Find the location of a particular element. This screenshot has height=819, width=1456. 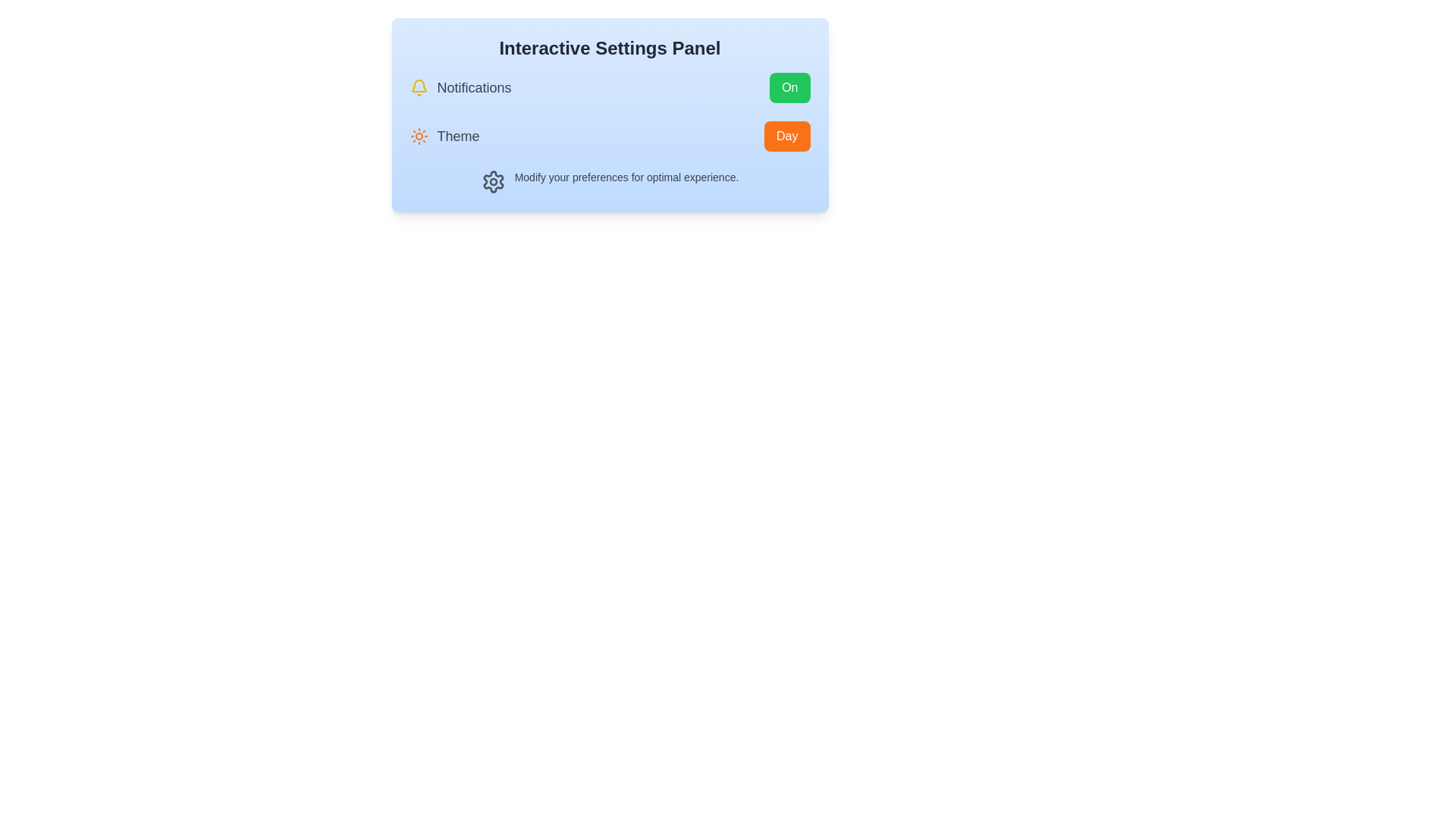

the grayish gear-shaped icon representing settings within the interactive settings panel, located below the 'Theme' section is located at coordinates (493, 180).